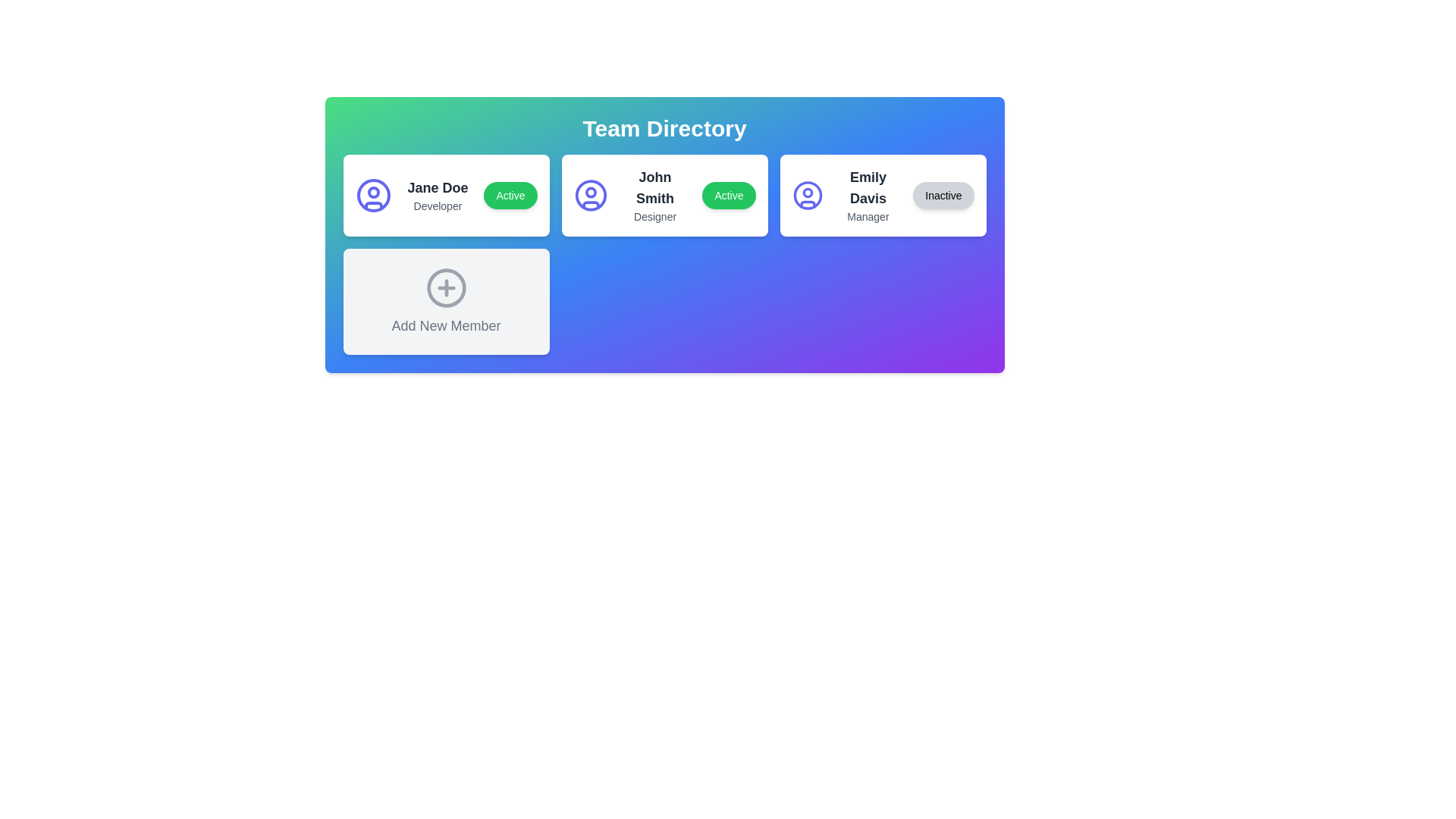 The image size is (1456, 819). Describe the element at coordinates (510, 195) in the screenshot. I see `the status indicator button for user 'Jane Doe'` at that location.